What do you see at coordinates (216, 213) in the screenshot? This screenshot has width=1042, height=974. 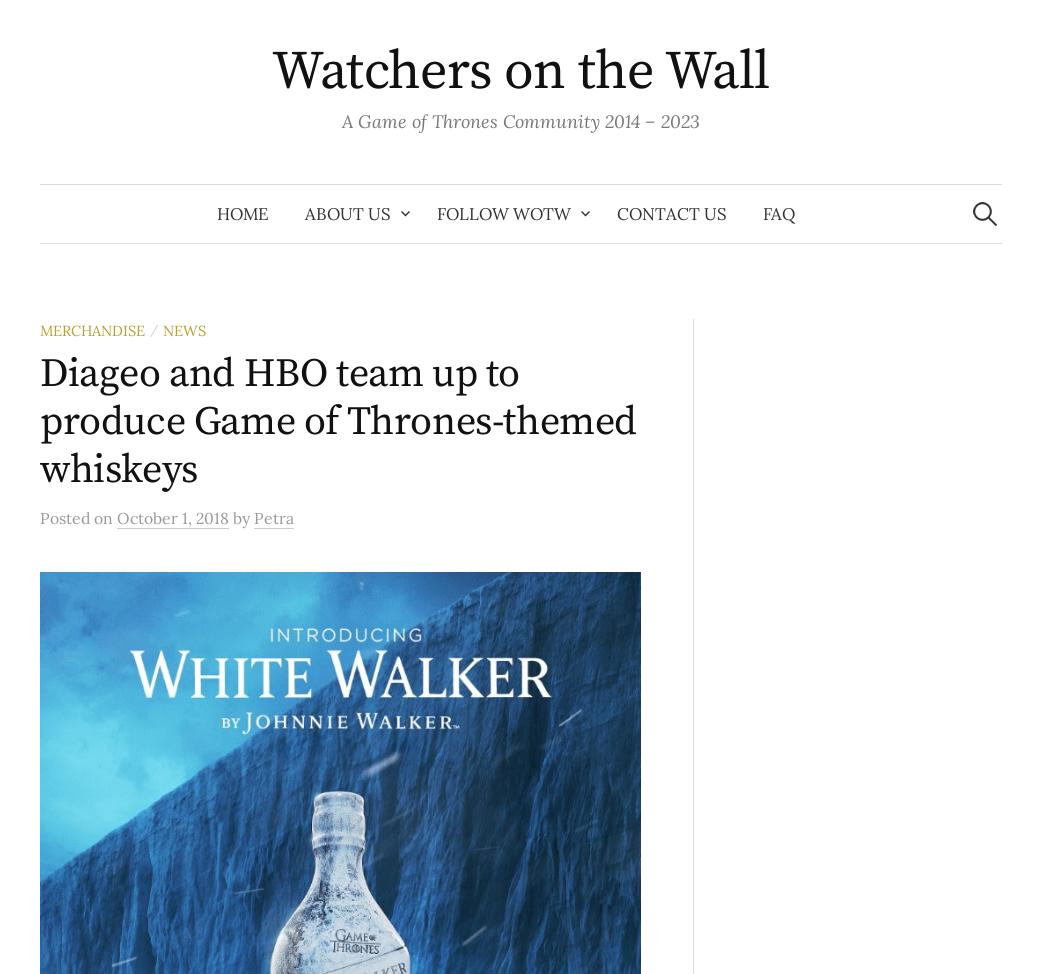 I see `'Home'` at bounding box center [216, 213].